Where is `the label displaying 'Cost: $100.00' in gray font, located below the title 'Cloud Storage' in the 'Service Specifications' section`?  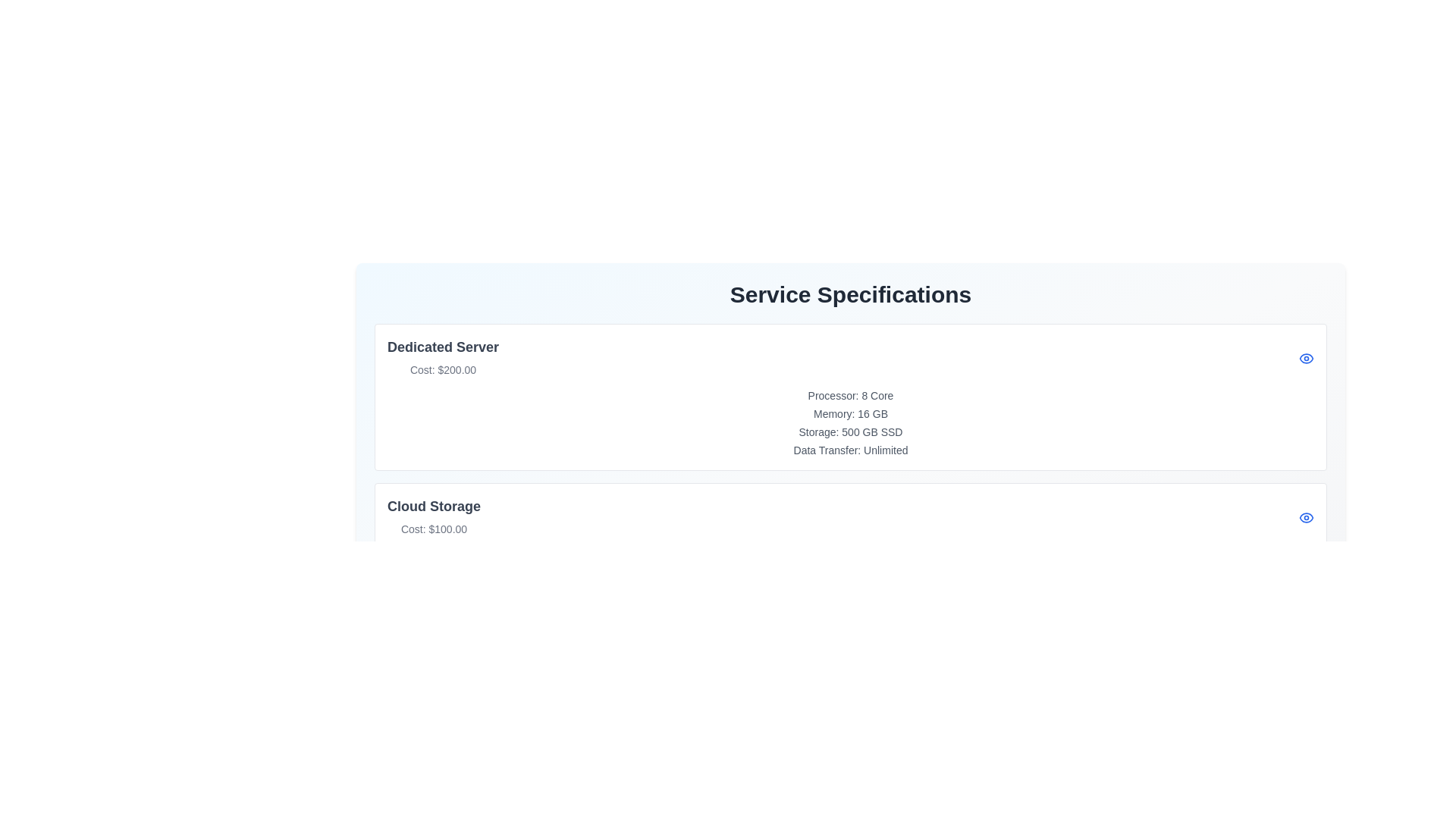 the label displaying 'Cost: $100.00' in gray font, located below the title 'Cloud Storage' in the 'Service Specifications' section is located at coordinates (433, 529).